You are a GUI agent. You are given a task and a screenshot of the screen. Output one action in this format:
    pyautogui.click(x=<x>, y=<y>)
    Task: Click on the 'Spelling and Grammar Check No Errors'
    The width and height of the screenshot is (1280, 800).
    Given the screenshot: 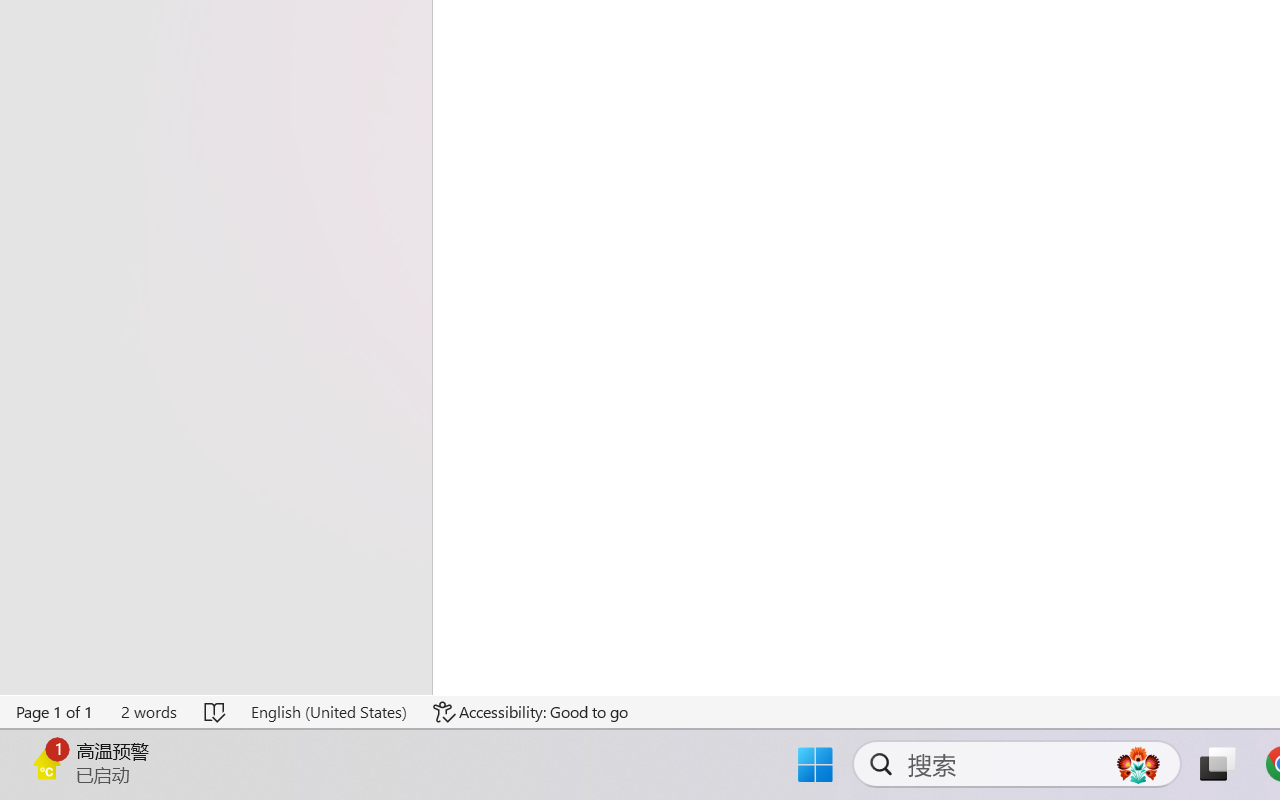 What is the action you would take?
    pyautogui.click(x=216, y=711)
    